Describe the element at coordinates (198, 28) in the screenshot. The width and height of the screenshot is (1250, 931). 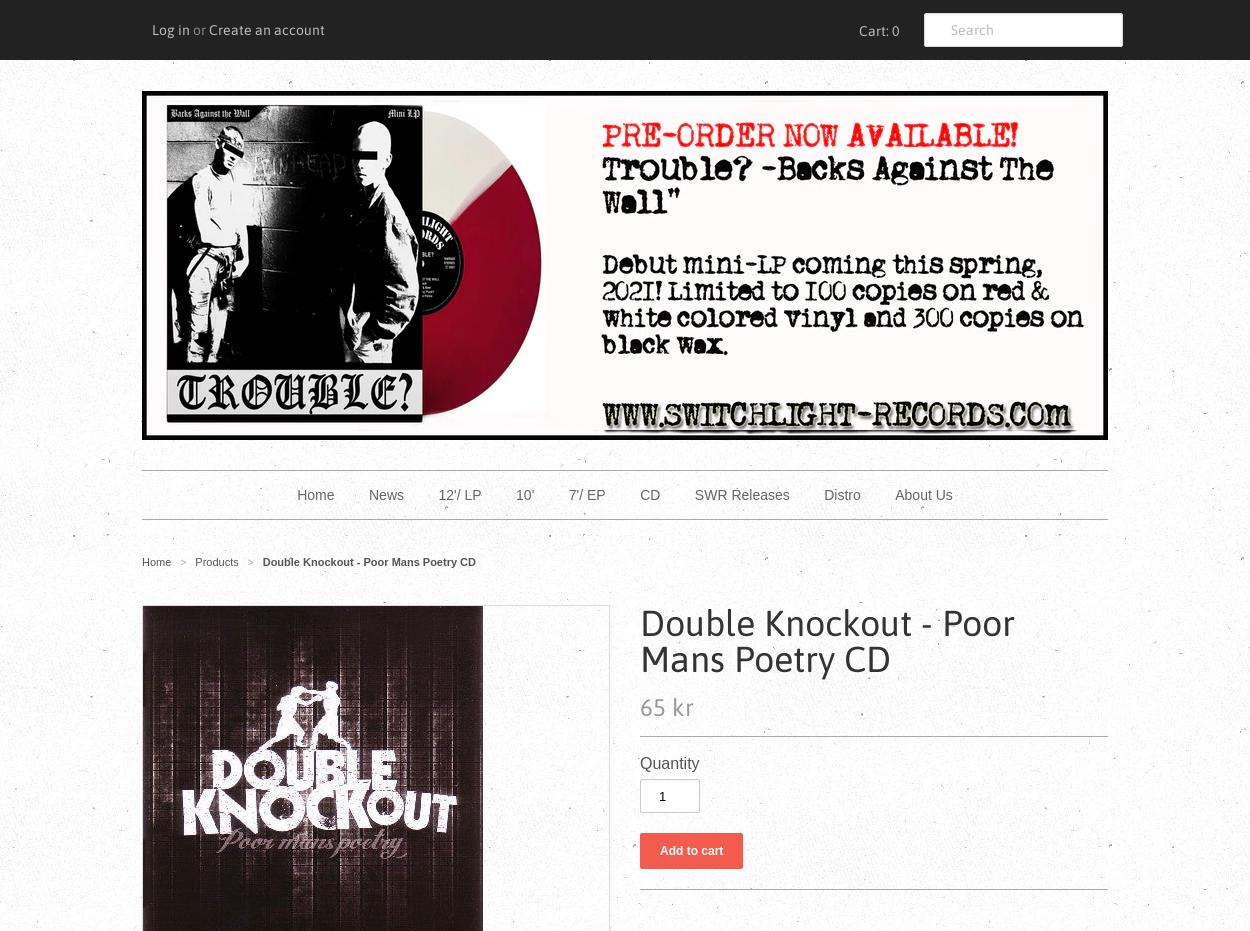
I see `'or'` at that location.